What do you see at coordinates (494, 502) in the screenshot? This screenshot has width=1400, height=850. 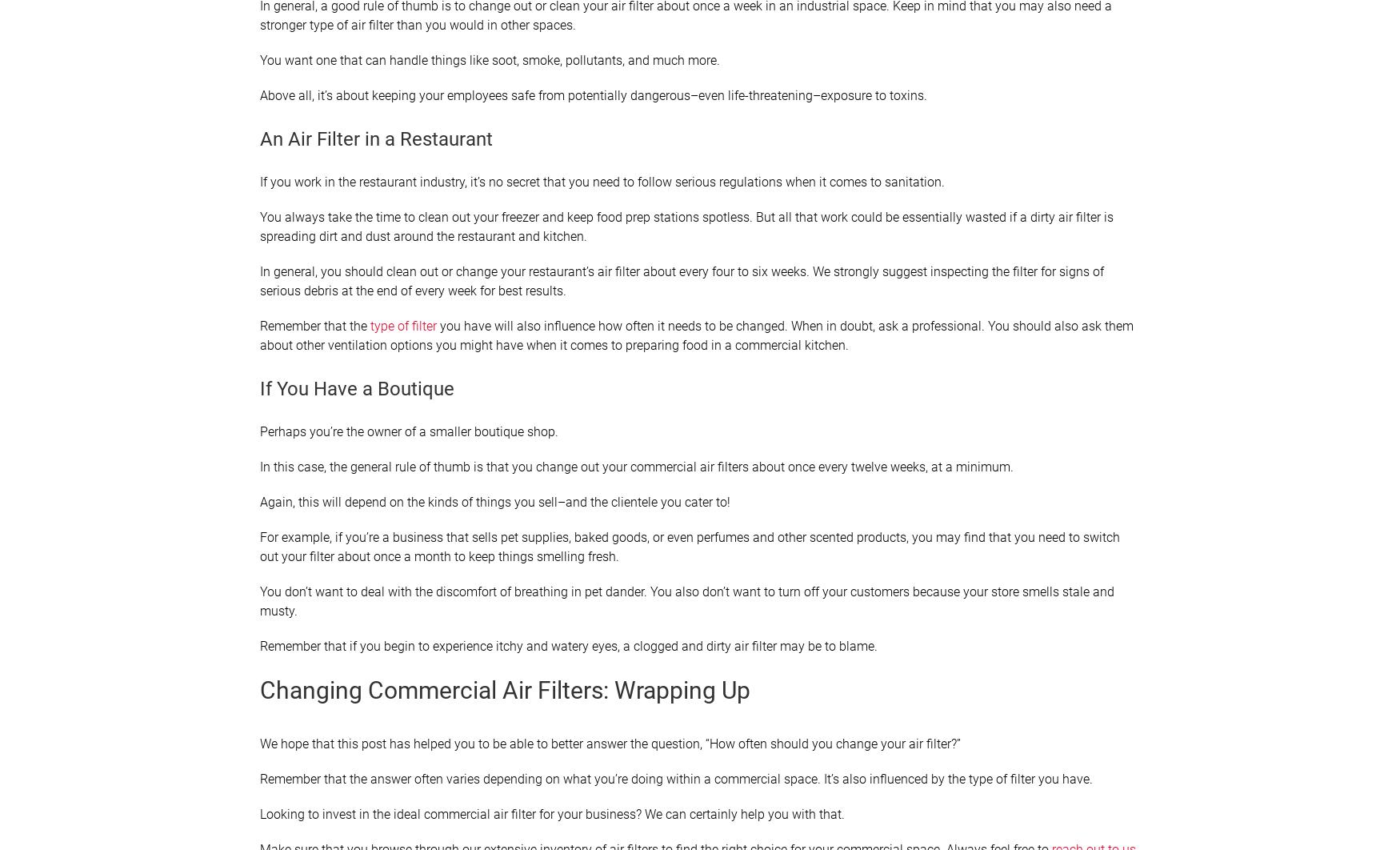 I see `'Again, this will depend on the kinds of things you sell–and the clientele you cater to!'` at bounding box center [494, 502].